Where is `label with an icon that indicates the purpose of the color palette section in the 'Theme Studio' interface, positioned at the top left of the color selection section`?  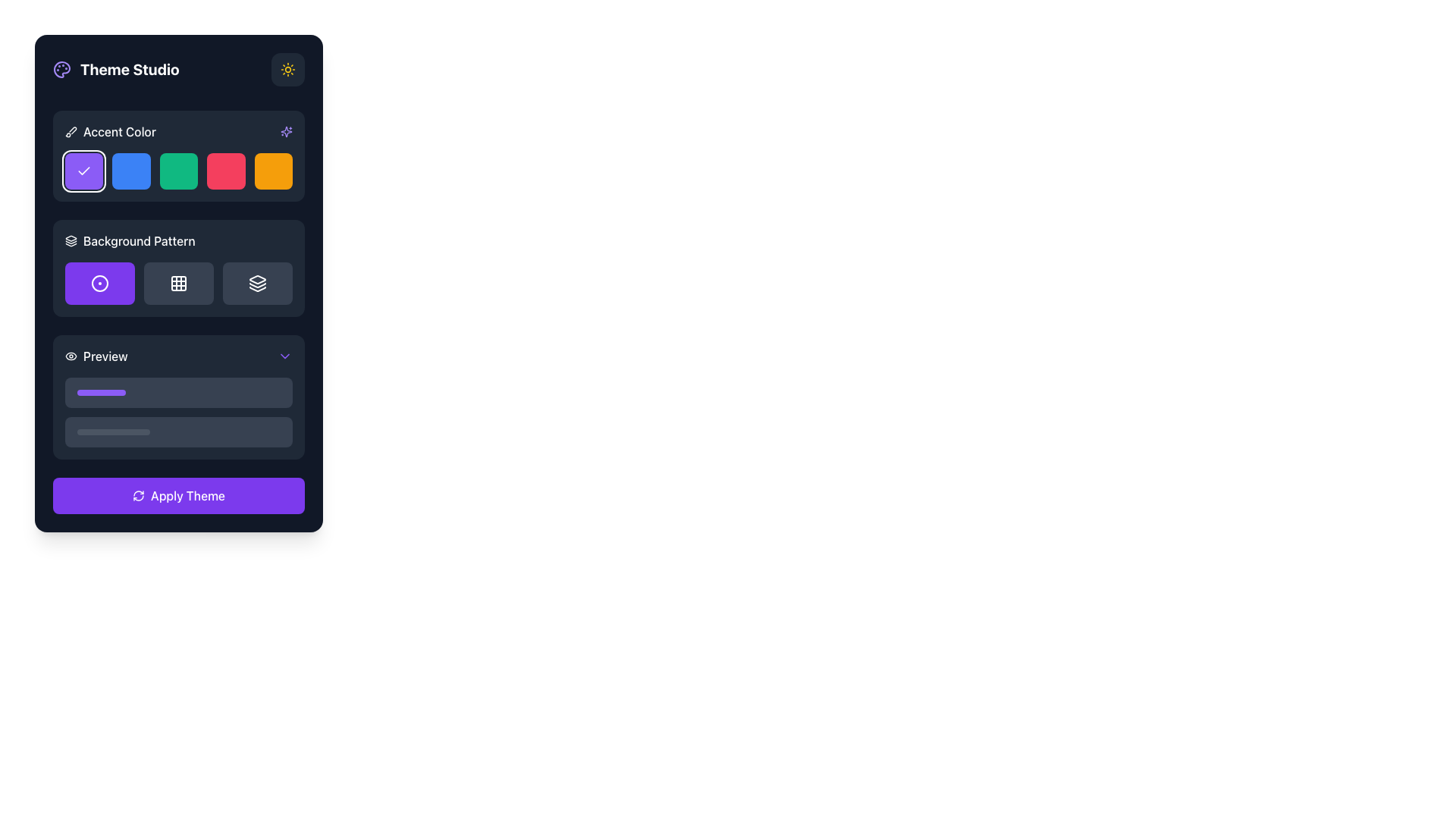 label with an icon that indicates the purpose of the color palette section in the 'Theme Studio' interface, positioned at the top left of the color selection section is located at coordinates (109, 130).